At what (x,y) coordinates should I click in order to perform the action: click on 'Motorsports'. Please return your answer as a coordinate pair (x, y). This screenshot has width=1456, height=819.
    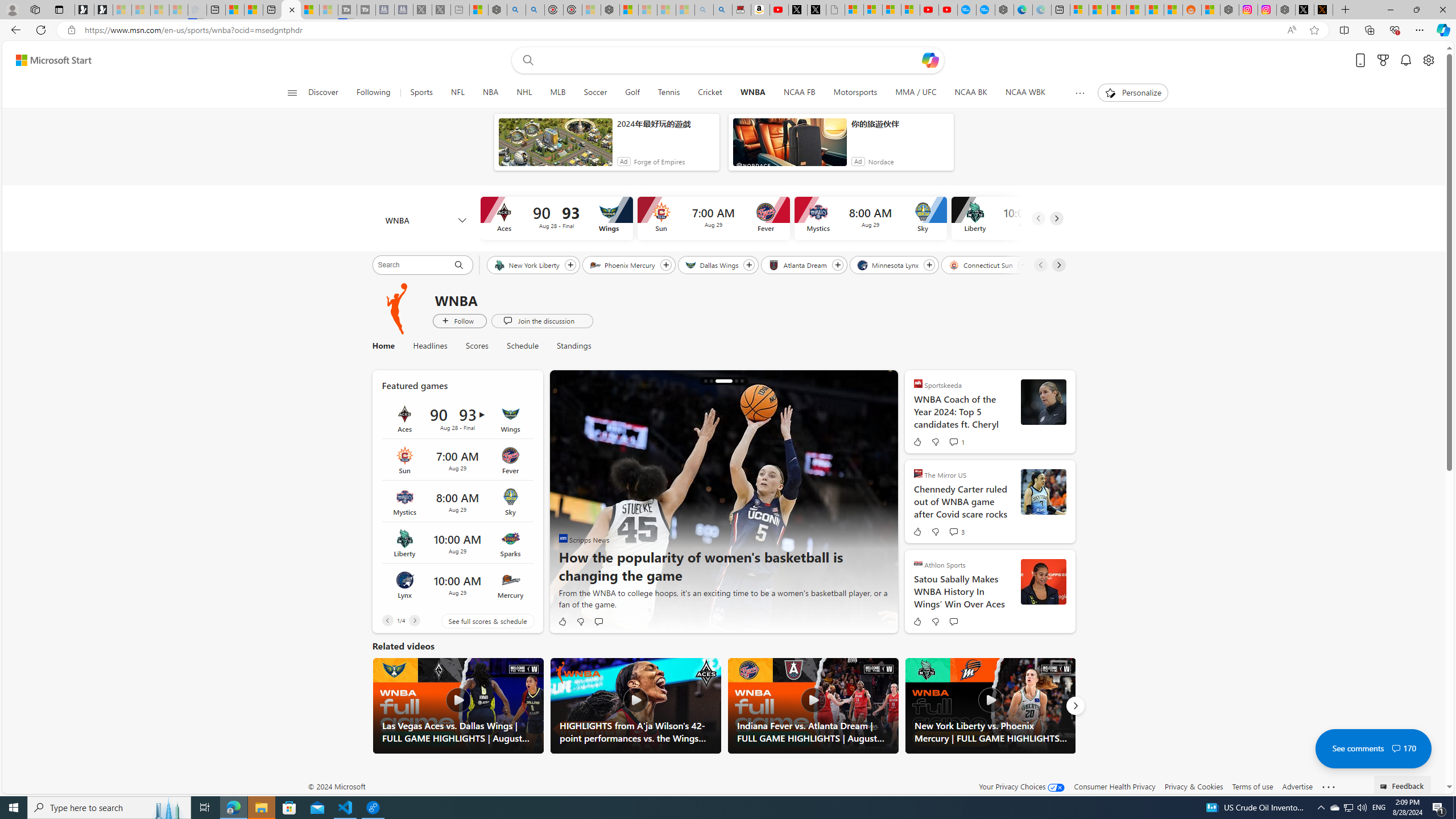
    Looking at the image, I should click on (855, 92).